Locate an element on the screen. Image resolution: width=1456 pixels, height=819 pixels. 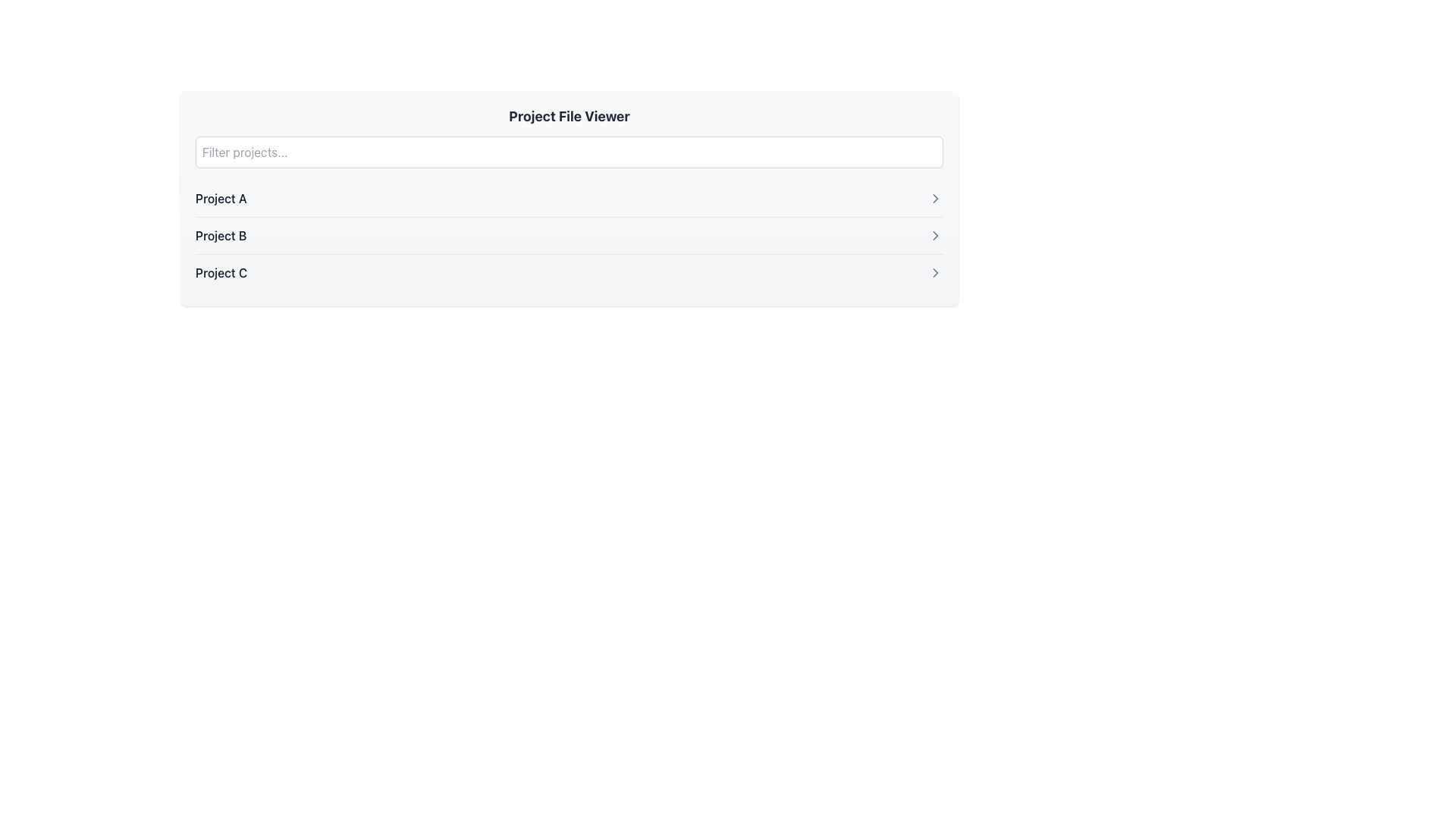
text label identifying the project, which is the second item in a vertical list labeled 'Project B', centrally aligned between 'Project A' and 'Project C' is located at coordinates (220, 236).